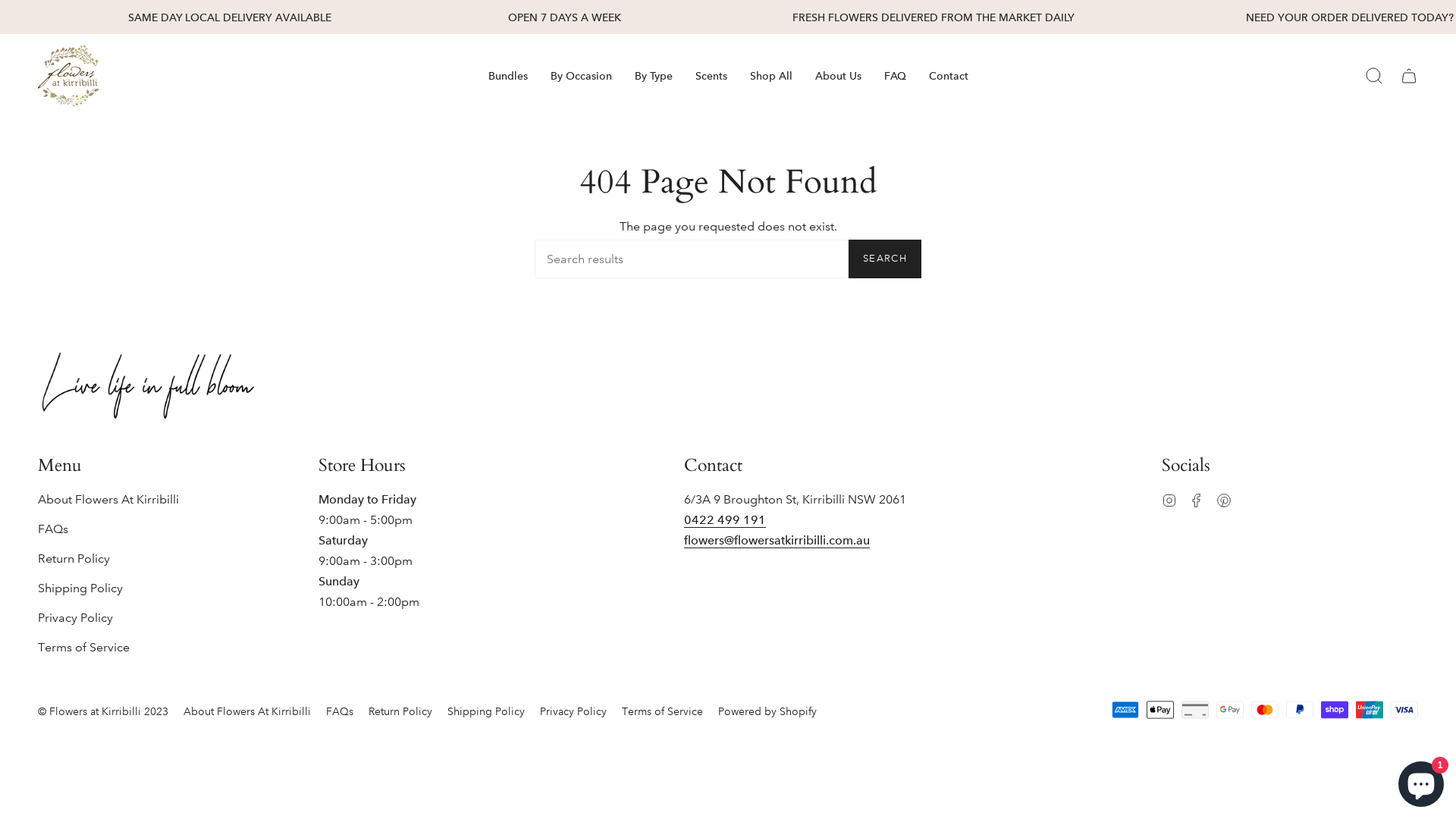 Image resolution: width=1456 pixels, height=819 pixels. What do you see at coordinates (662, 711) in the screenshot?
I see `'Terms of Service'` at bounding box center [662, 711].